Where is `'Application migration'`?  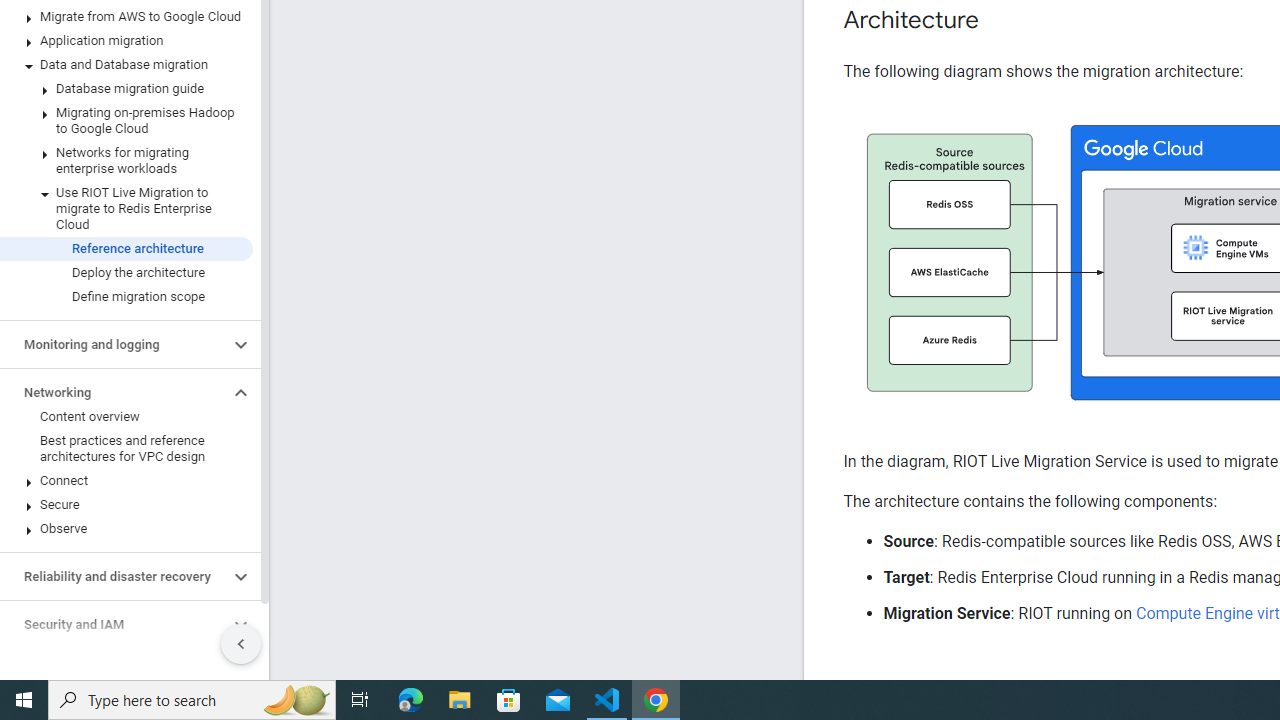
'Application migration' is located at coordinates (125, 41).